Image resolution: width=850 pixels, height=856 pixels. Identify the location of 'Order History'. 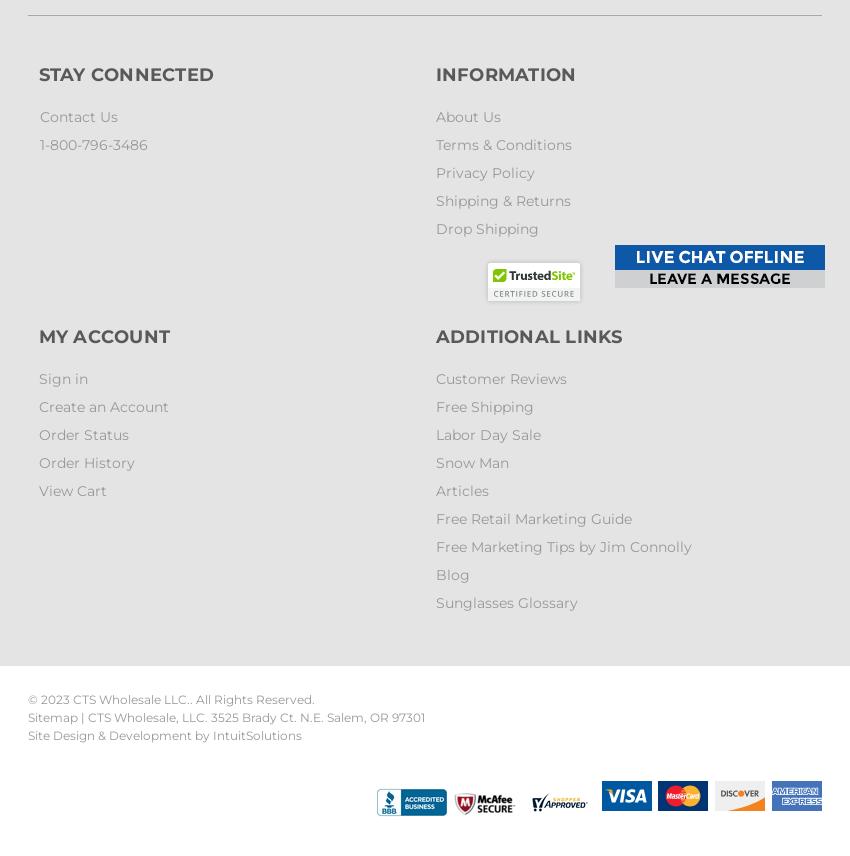
(85, 463).